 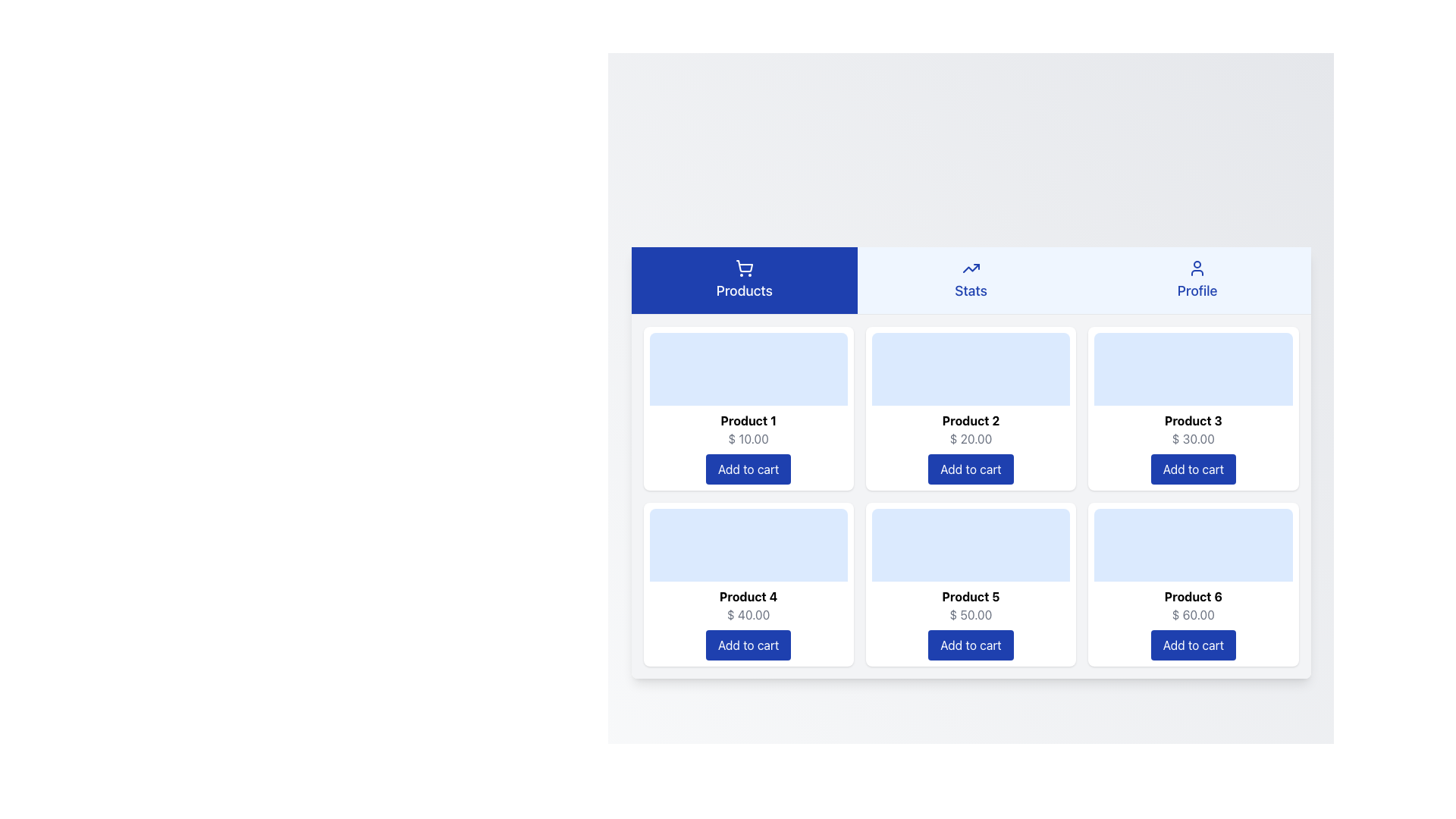 What do you see at coordinates (748, 614) in the screenshot?
I see `the price display for 'Product 4', which is centrally located beneath the product name and above the 'Add to cart' button in the product grid` at bounding box center [748, 614].